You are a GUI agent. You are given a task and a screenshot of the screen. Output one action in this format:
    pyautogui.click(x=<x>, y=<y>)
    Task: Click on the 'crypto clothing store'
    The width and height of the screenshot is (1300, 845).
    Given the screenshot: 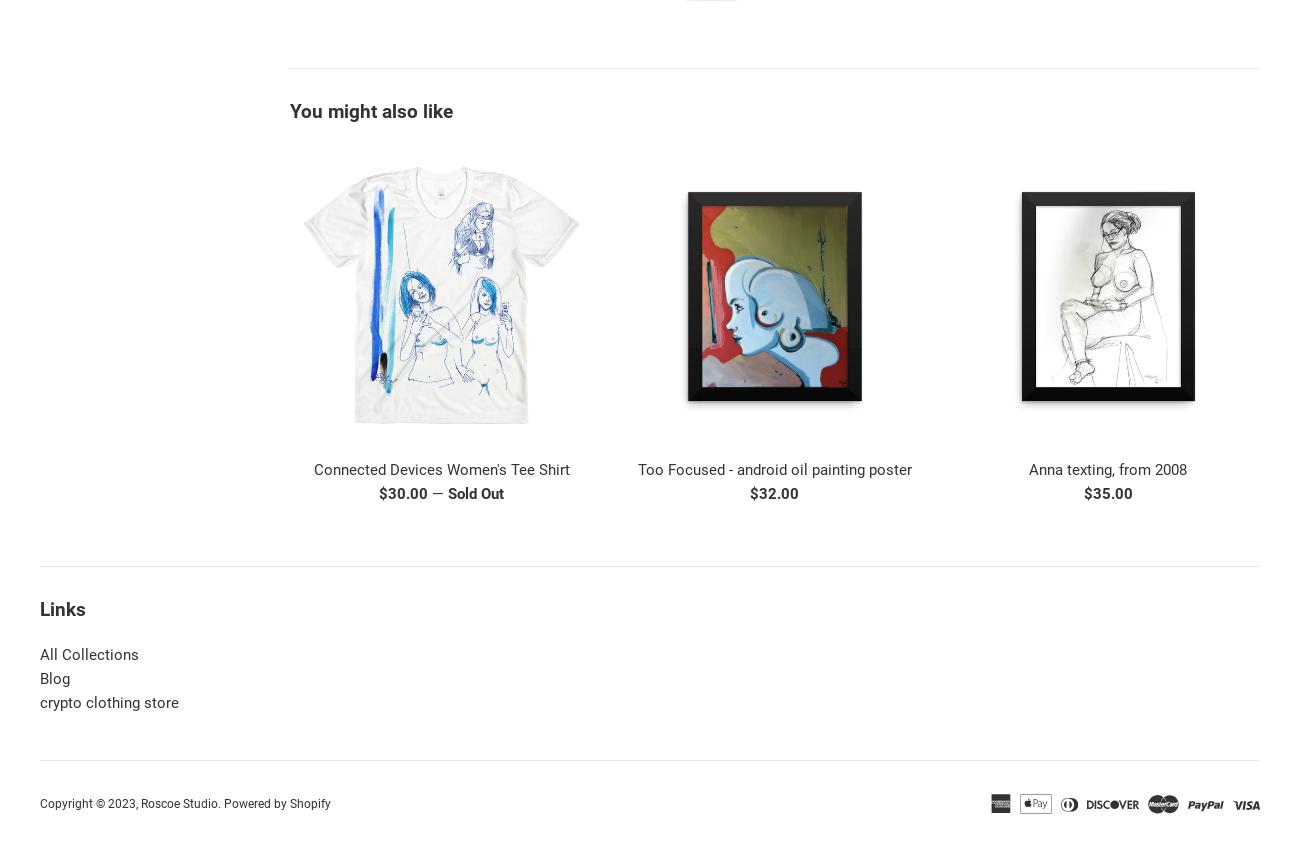 What is the action you would take?
    pyautogui.click(x=108, y=701)
    